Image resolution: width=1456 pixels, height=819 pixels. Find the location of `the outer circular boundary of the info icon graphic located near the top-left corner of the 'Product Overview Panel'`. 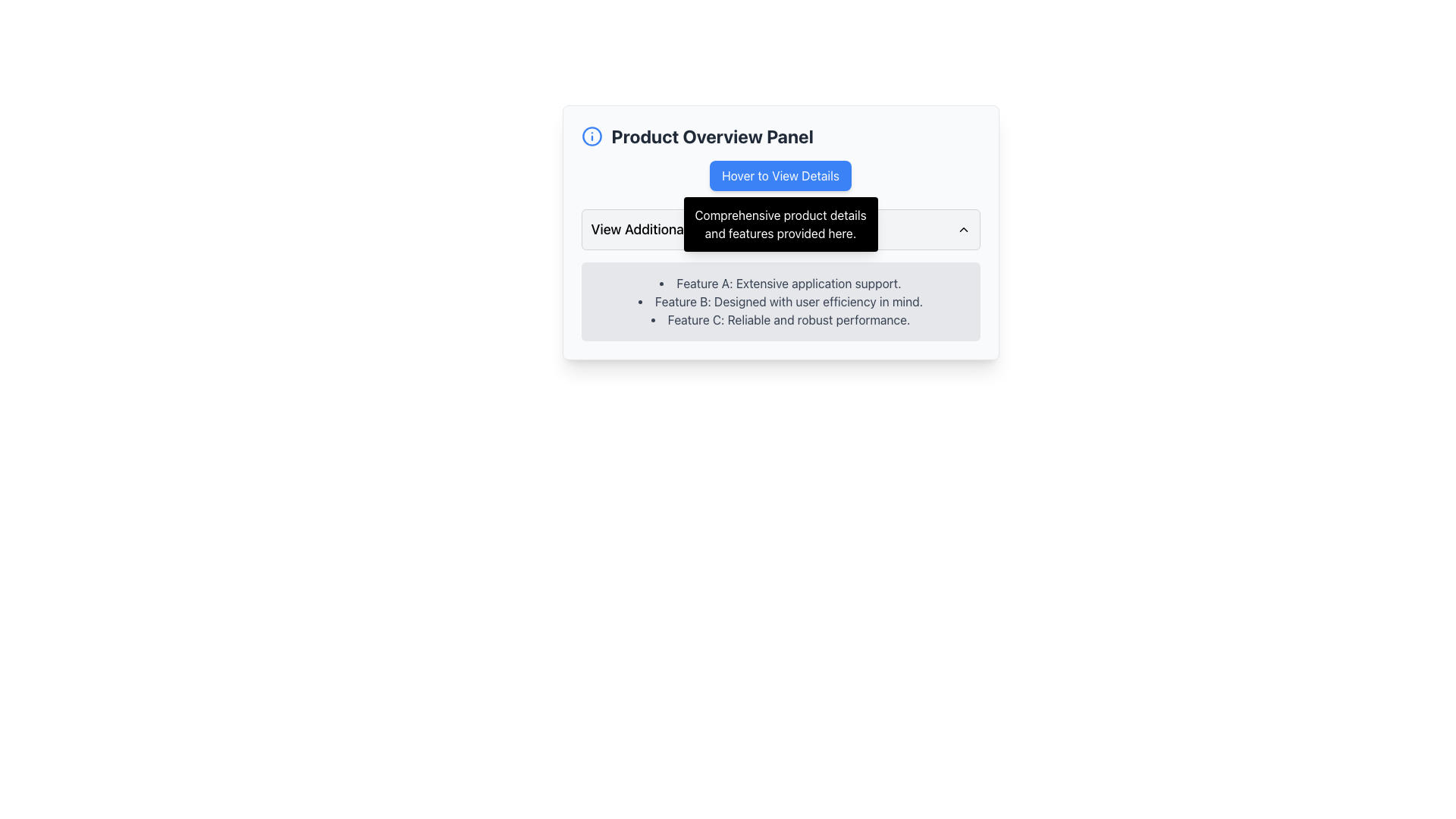

the outer circular boundary of the info icon graphic located near the top-left corner of the 'Product Overview Panel' is located at coordinates (591, 136).